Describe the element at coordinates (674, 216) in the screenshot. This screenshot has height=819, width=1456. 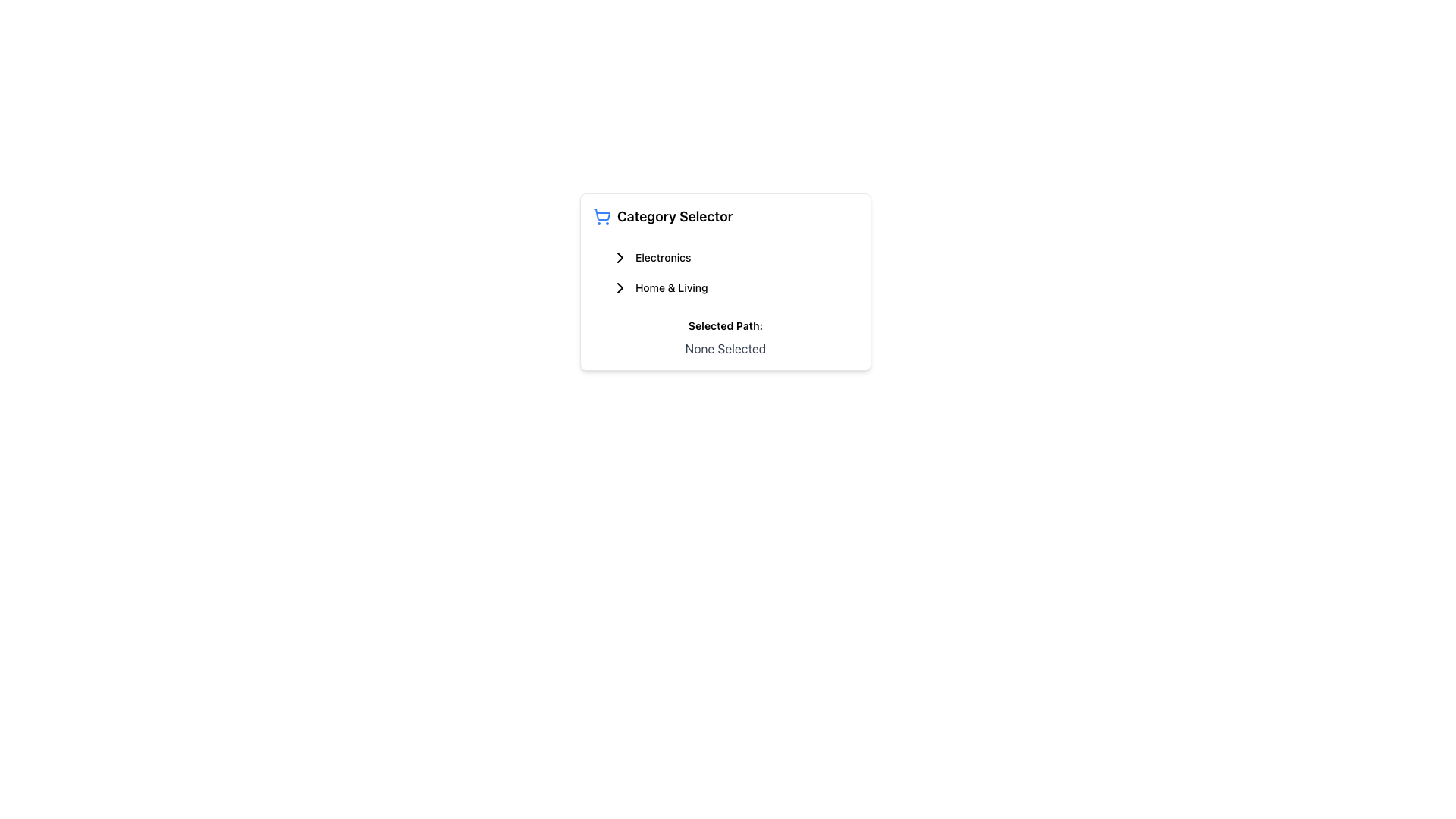
I see `the 'Category Selector' text label, which is styled with a large bold font and positioned to the right of a blue shopping cart icon at the top of a card-like interface` at that location.